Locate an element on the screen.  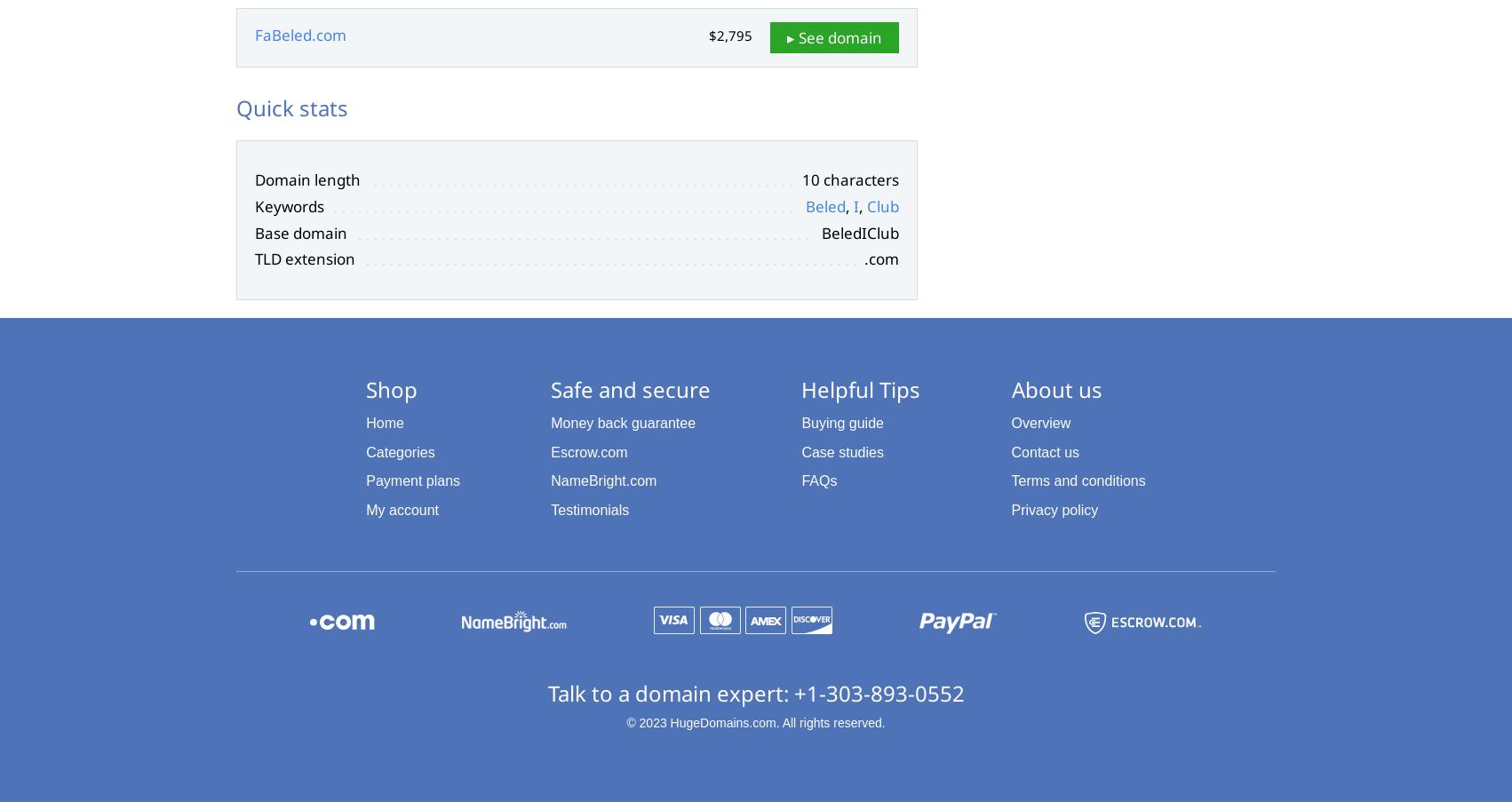
'Domain length' is located at coordinates (307, 179).